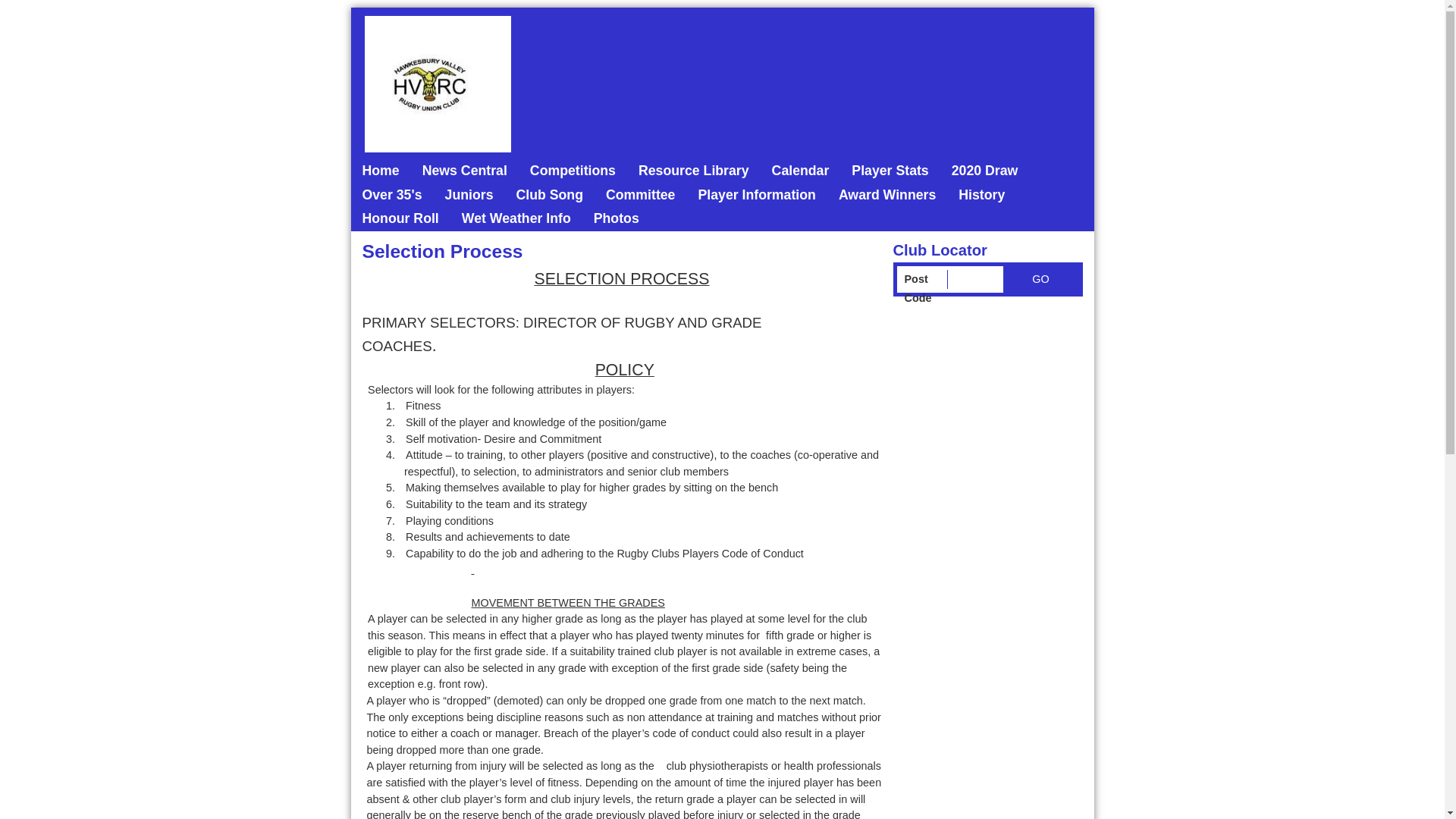 The width and height of the screenshot is (1456, 819). Describe the element at coordinates (400, 219) in the screenshot. I see `'Honour Roll'` at that location.